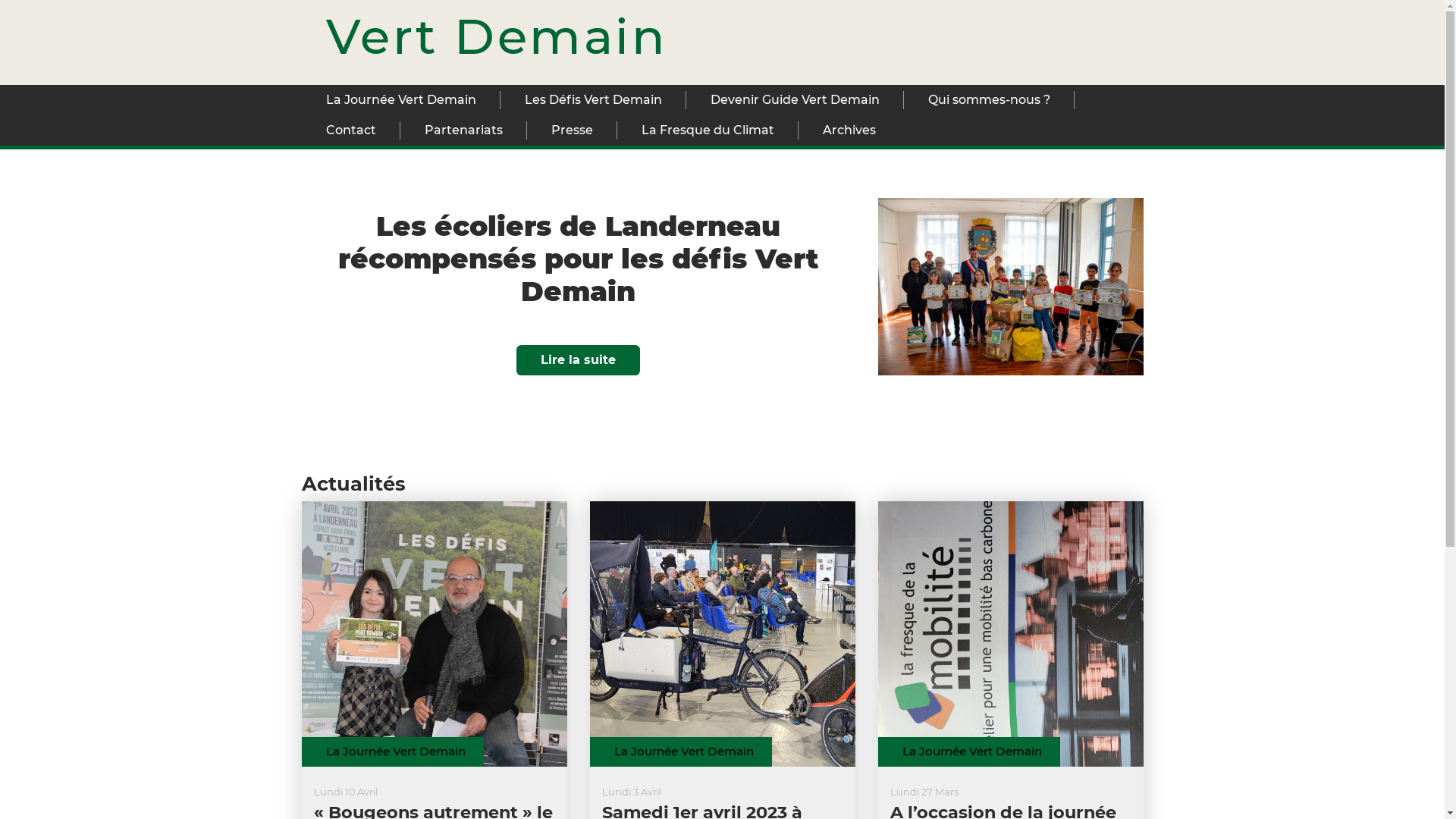  What do you see at coordinates (577, 359) in the screenshot?
I see `'Lire la suite'` at bounding box center [577, 359].